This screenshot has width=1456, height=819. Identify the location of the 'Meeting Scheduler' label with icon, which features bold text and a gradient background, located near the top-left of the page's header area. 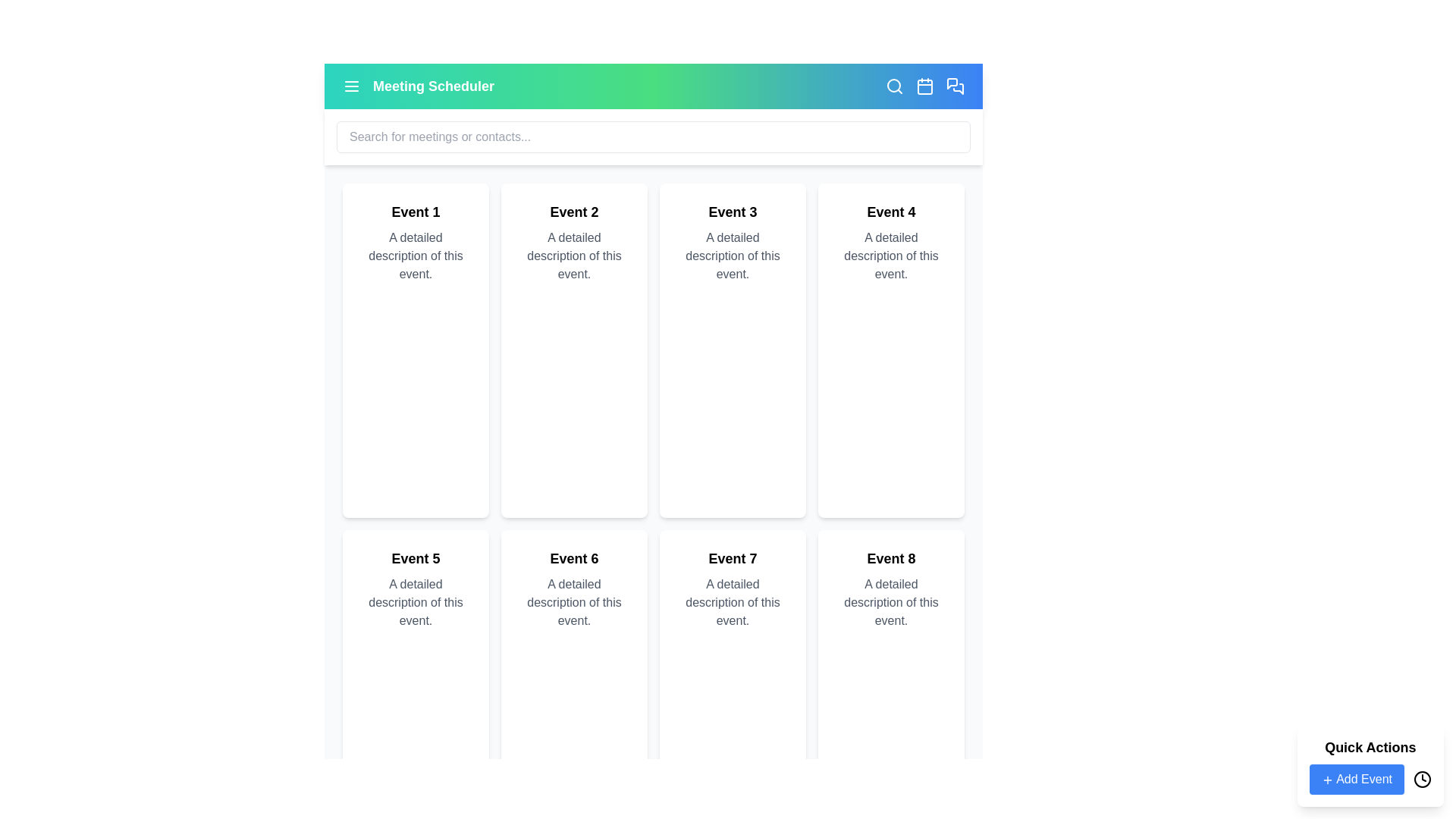
(419, 86).